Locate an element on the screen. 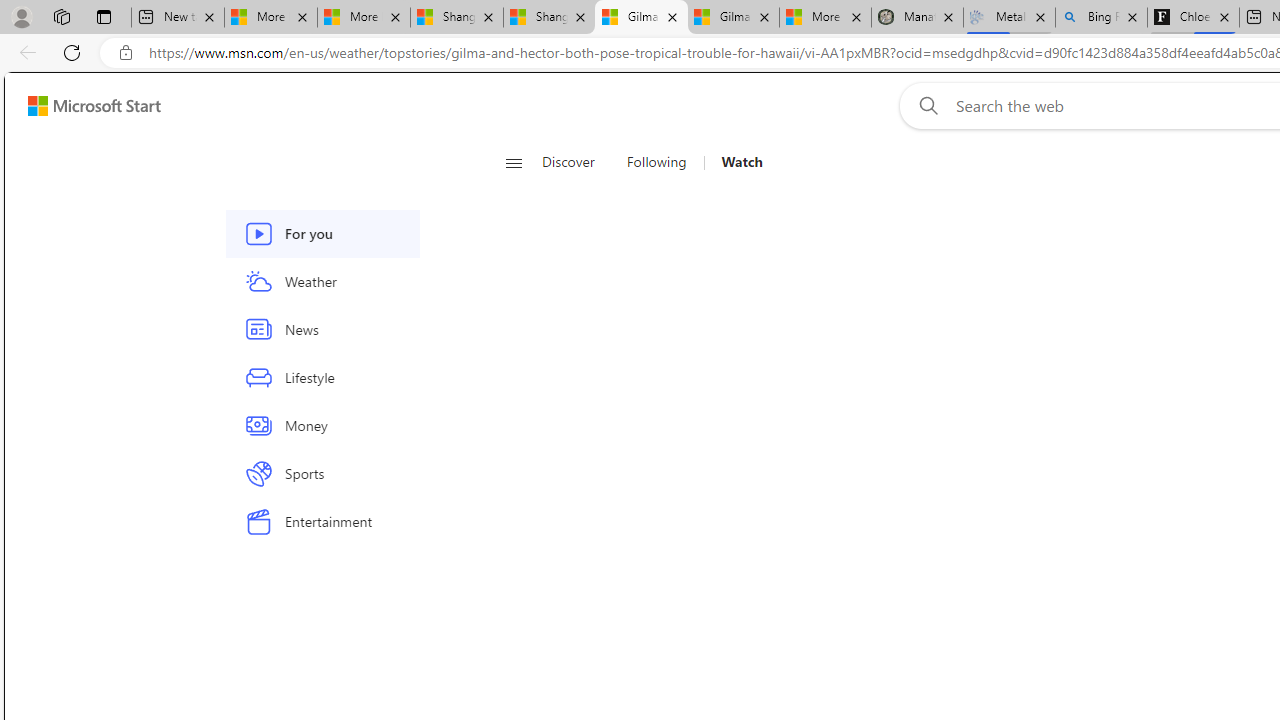  'Shanghai, China weather forecast | Microsoft Weather' is located at coordinates (549, 17).